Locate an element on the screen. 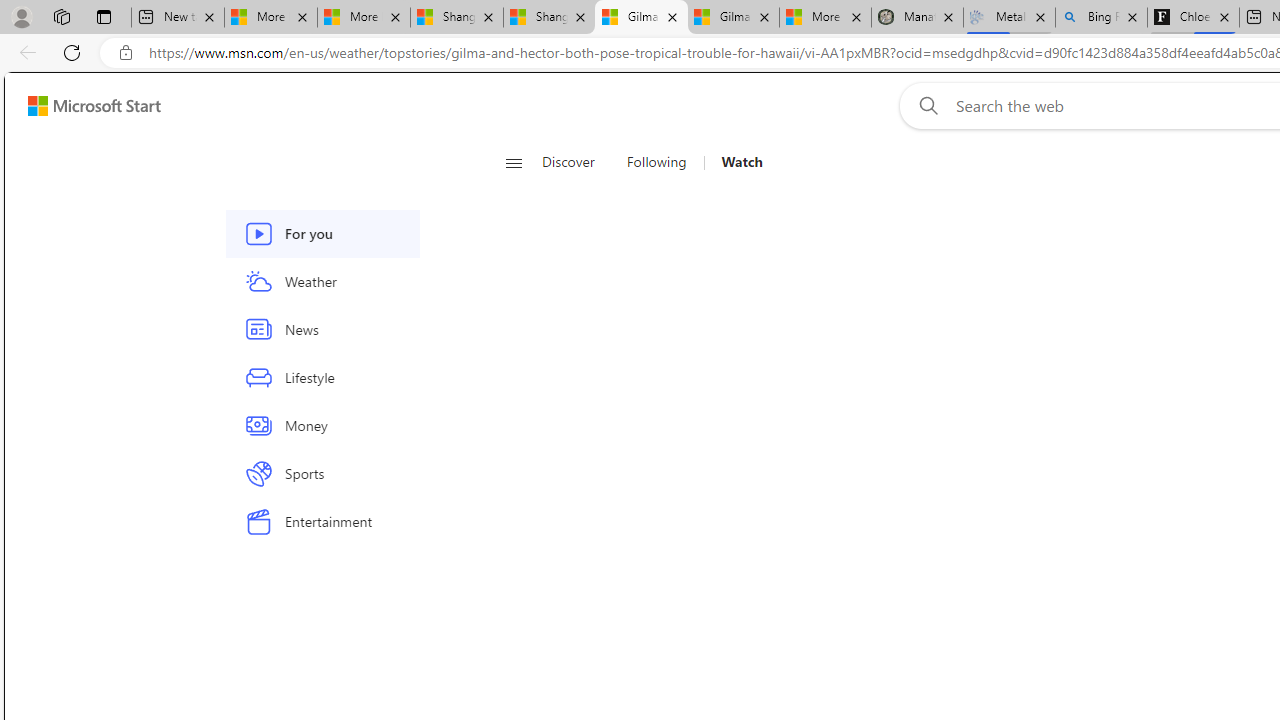  'Shanghai, China weather forecast | Microsoft Weather' is located at coordinates (549, 17).